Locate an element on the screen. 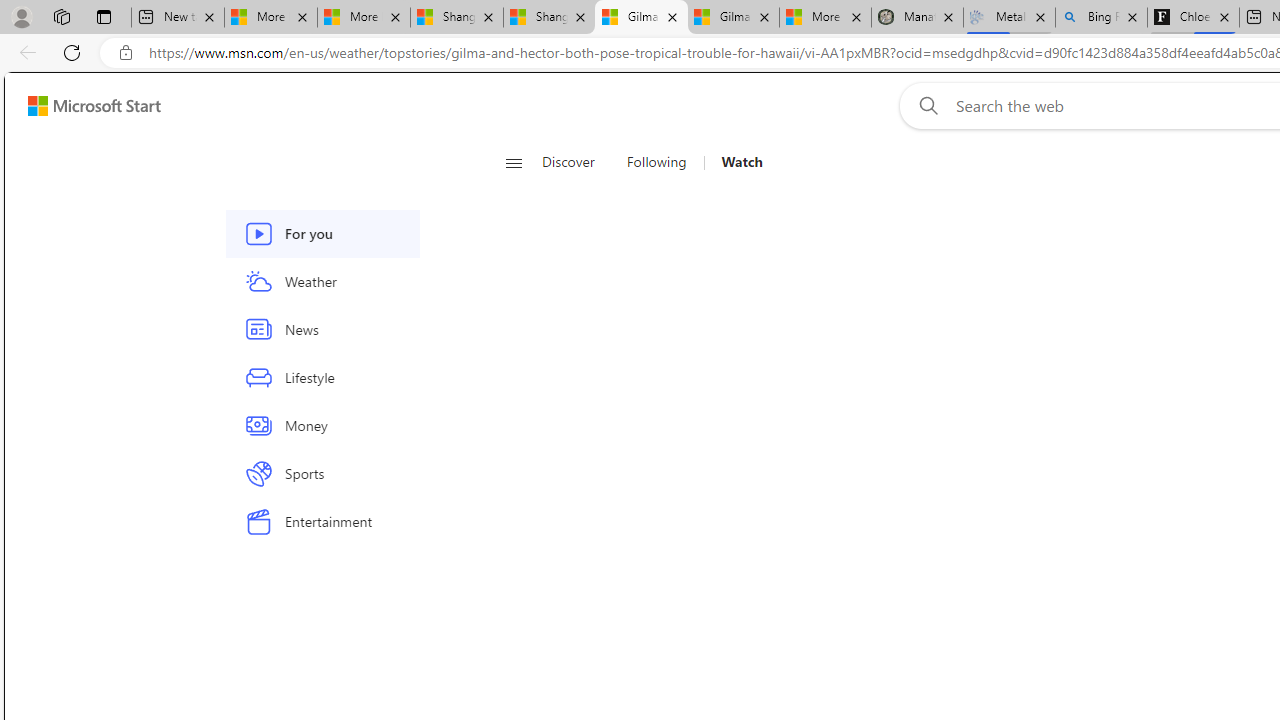  'Shanghai, China weather forecast | Microsoft Weather' is located at coordinates (549, 17).